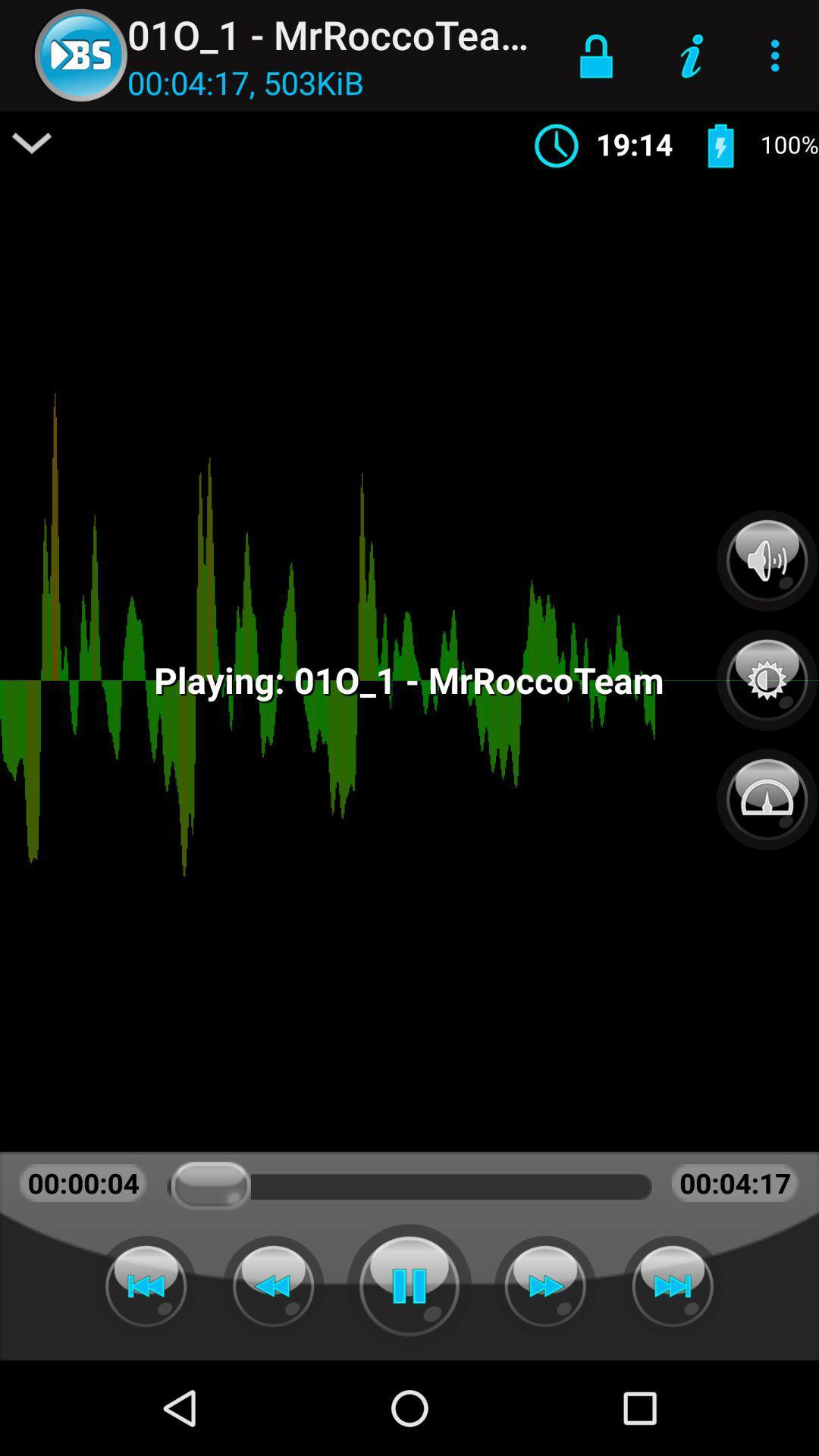  Describe the element at coordinates (32, 143) in the screenshot. I see `display other options` at that location.